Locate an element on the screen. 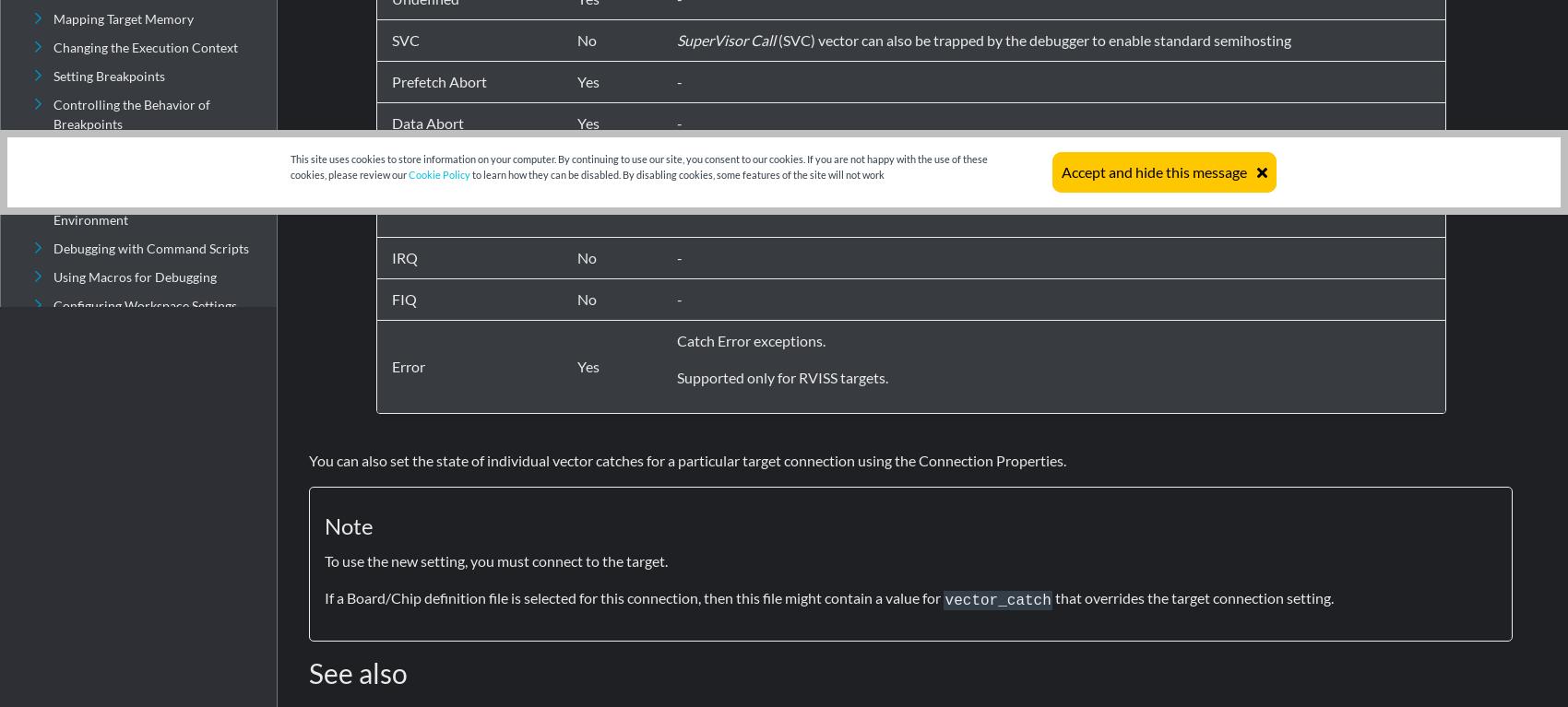  'Supported only for RVISS targets.' is located at coordinates (781, 376).